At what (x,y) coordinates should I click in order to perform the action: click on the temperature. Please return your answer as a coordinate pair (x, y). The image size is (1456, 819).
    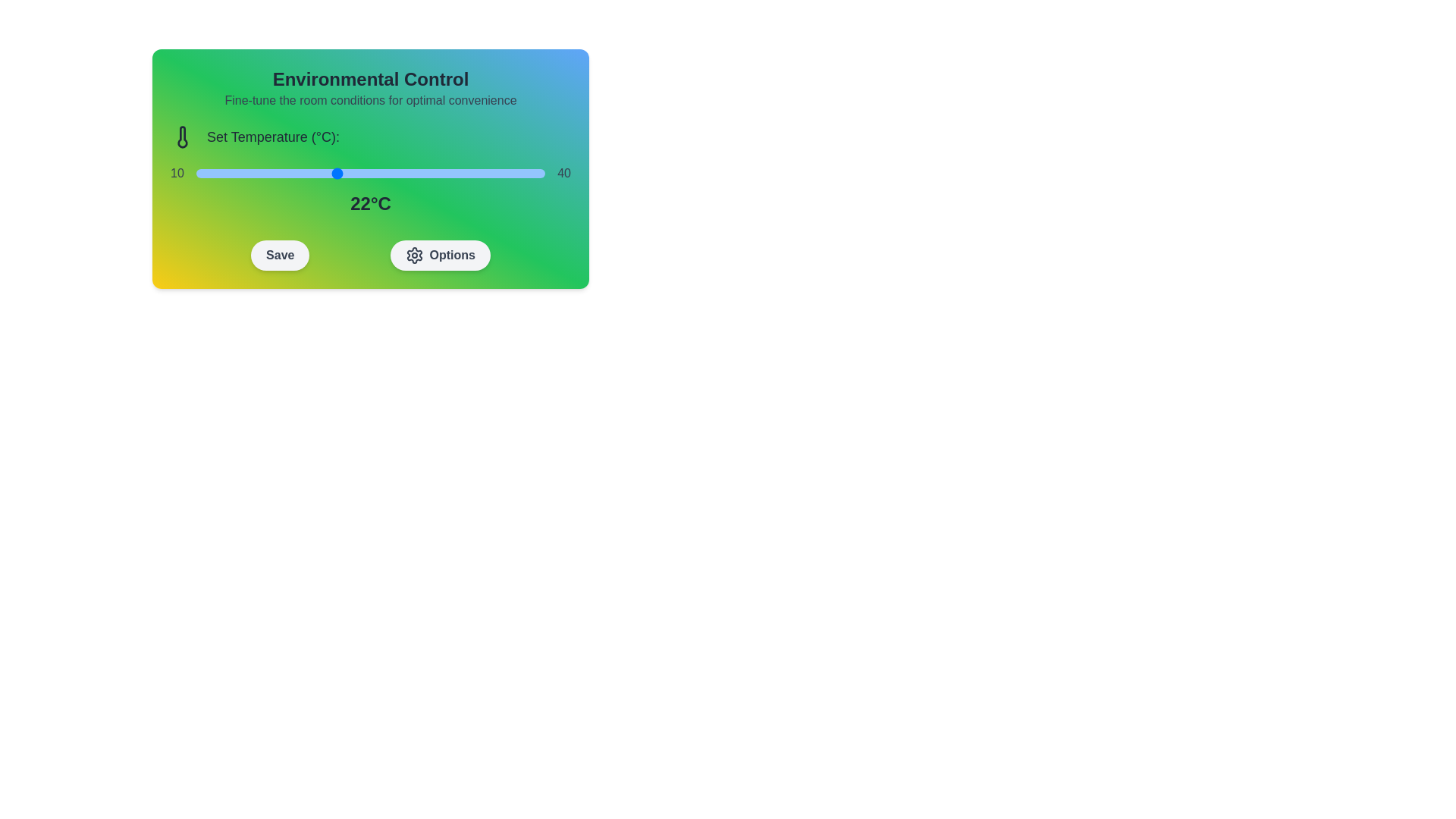
    Looking at the image, I should click on (371, 172).